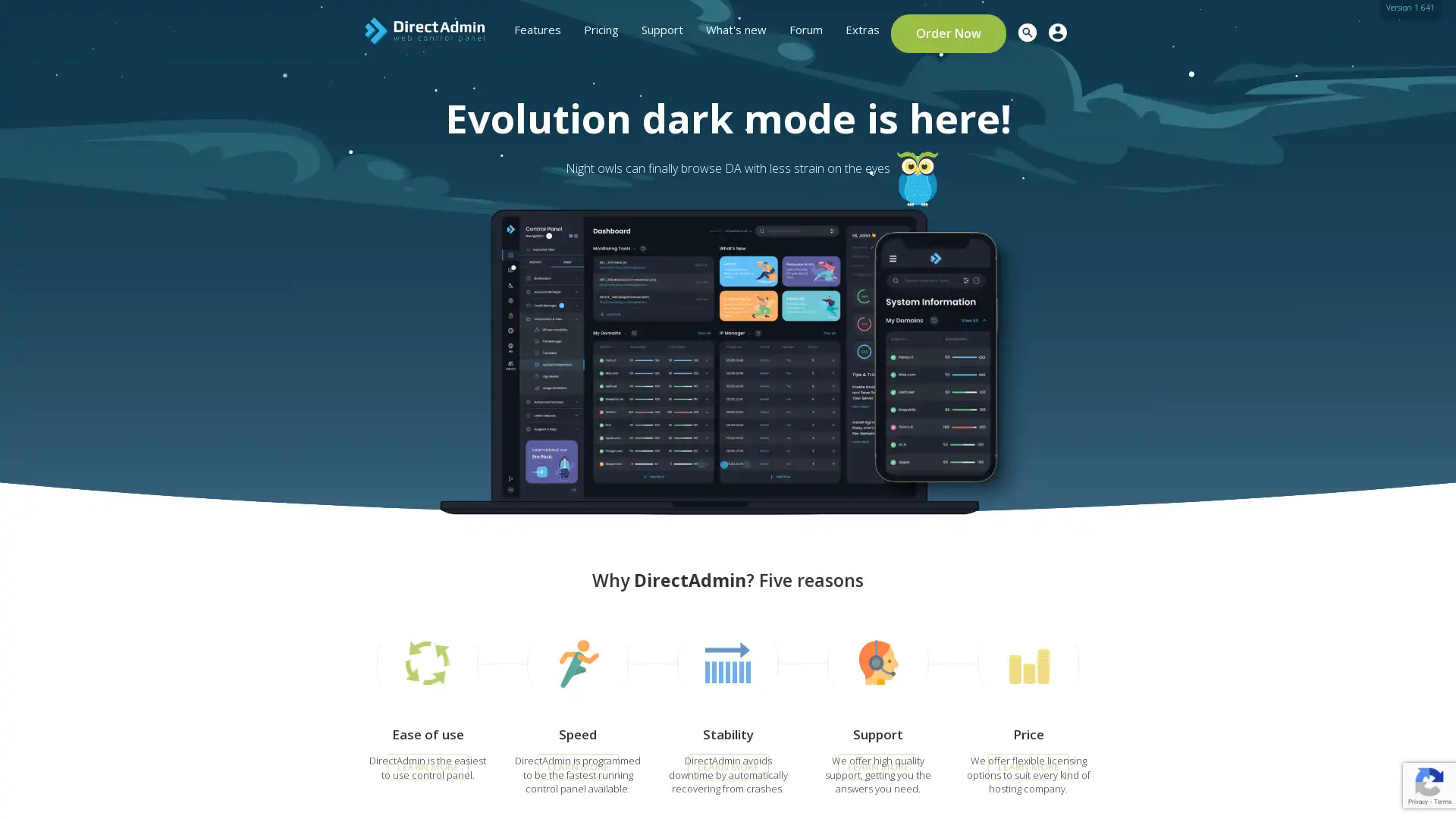  What do you see at coordinates (342, 350) in the screenshot?
I see `See more` at bounding box center [342, 350].